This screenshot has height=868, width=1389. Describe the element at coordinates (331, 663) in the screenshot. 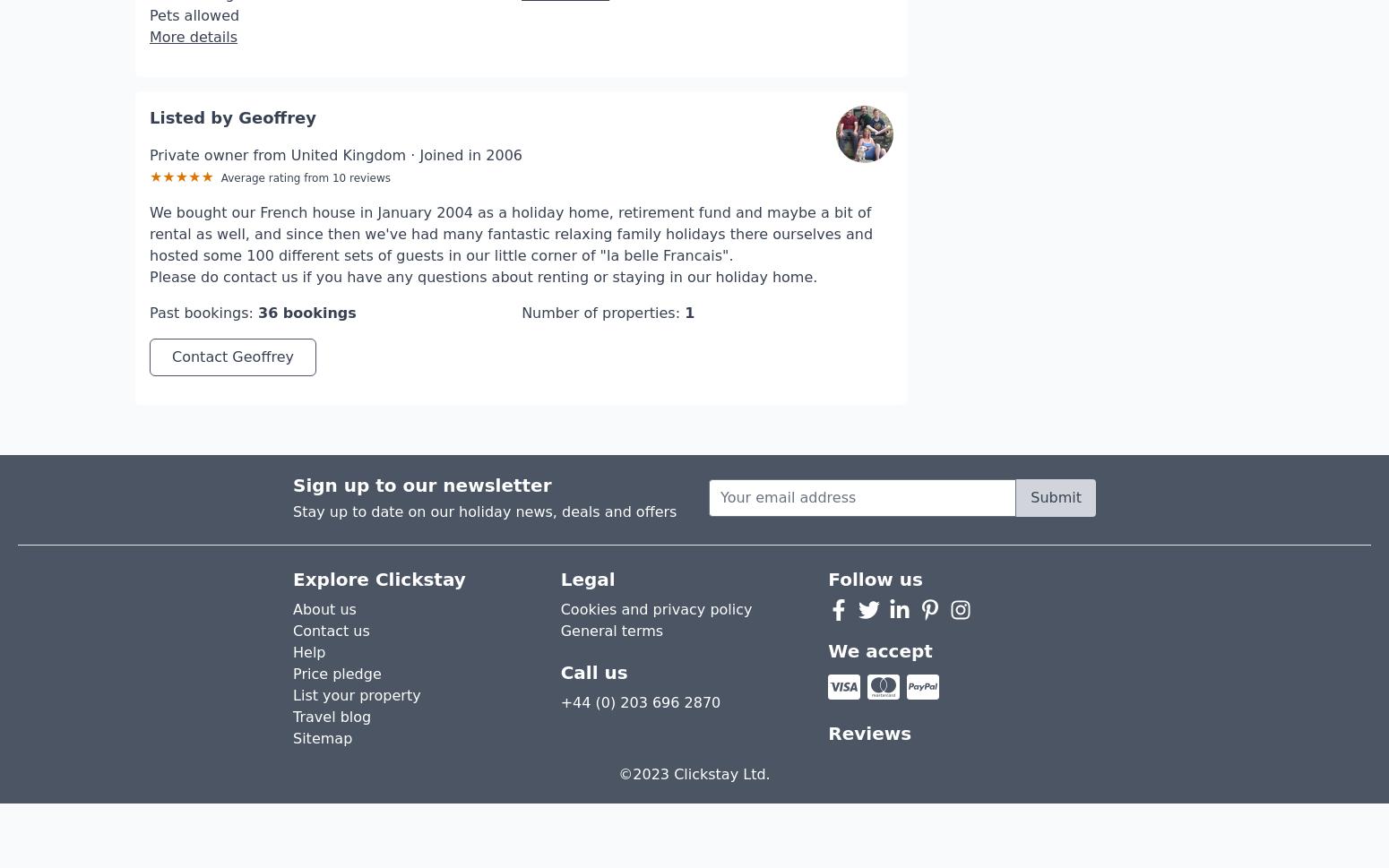

I see `'Travel blog'` at that location.